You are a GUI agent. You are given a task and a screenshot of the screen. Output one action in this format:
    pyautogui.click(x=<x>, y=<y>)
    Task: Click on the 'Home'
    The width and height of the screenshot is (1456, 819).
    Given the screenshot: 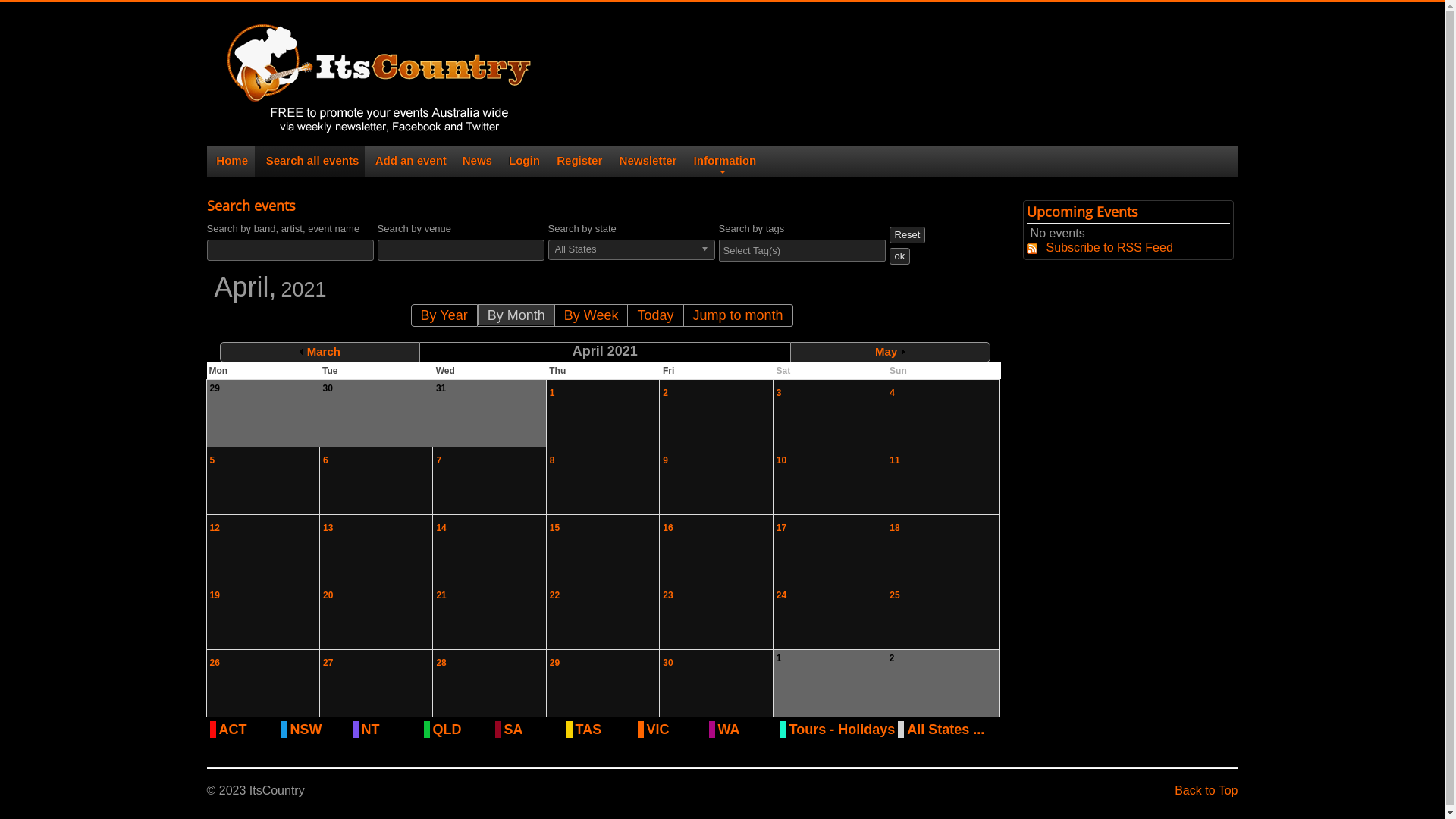 What is the action you would take?
    pyautogui.click(x=214, y=161)
    